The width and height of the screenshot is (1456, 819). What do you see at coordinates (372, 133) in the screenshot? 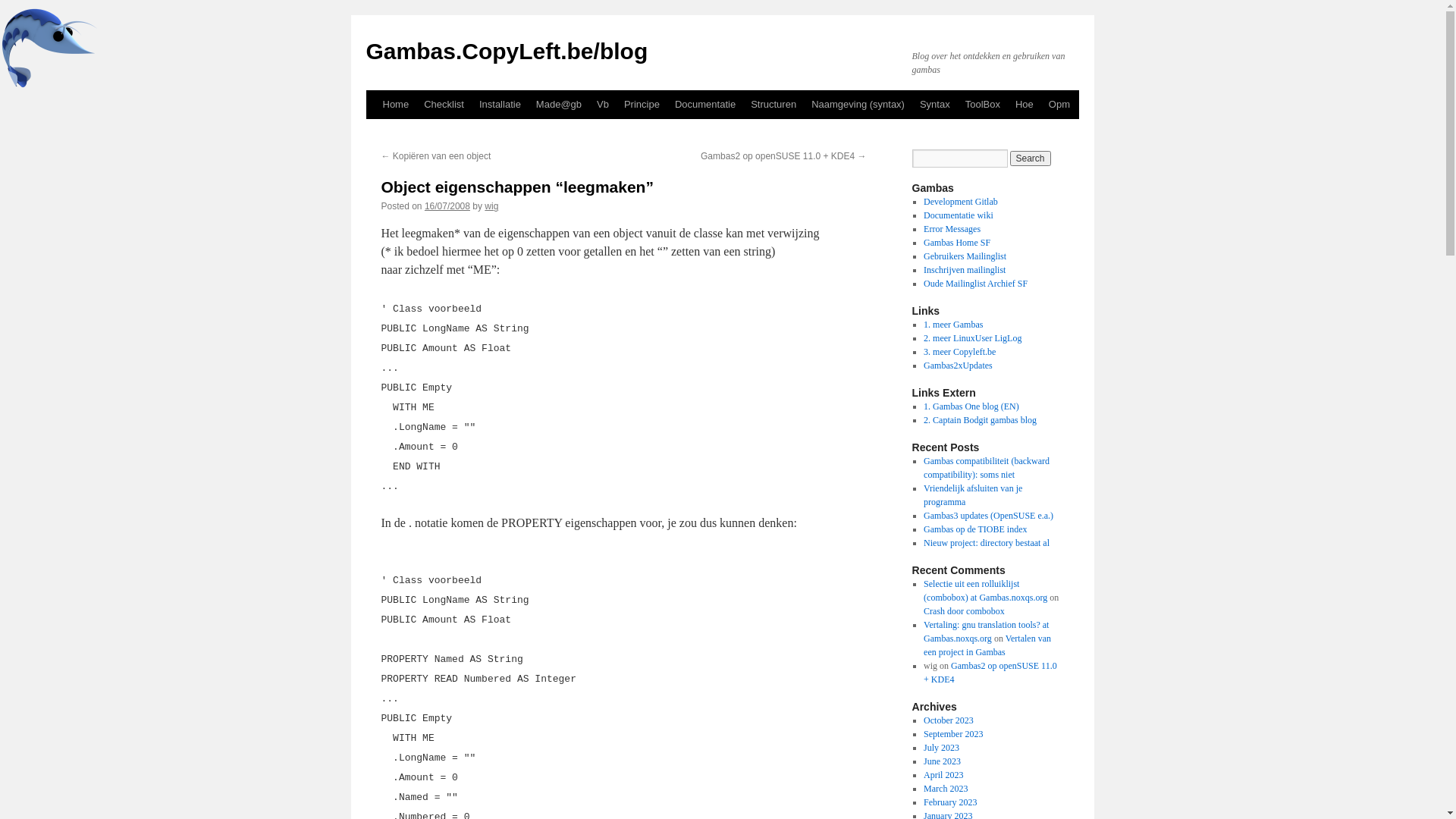
I see `'Skip to content'` at bounding box center [372, 133].